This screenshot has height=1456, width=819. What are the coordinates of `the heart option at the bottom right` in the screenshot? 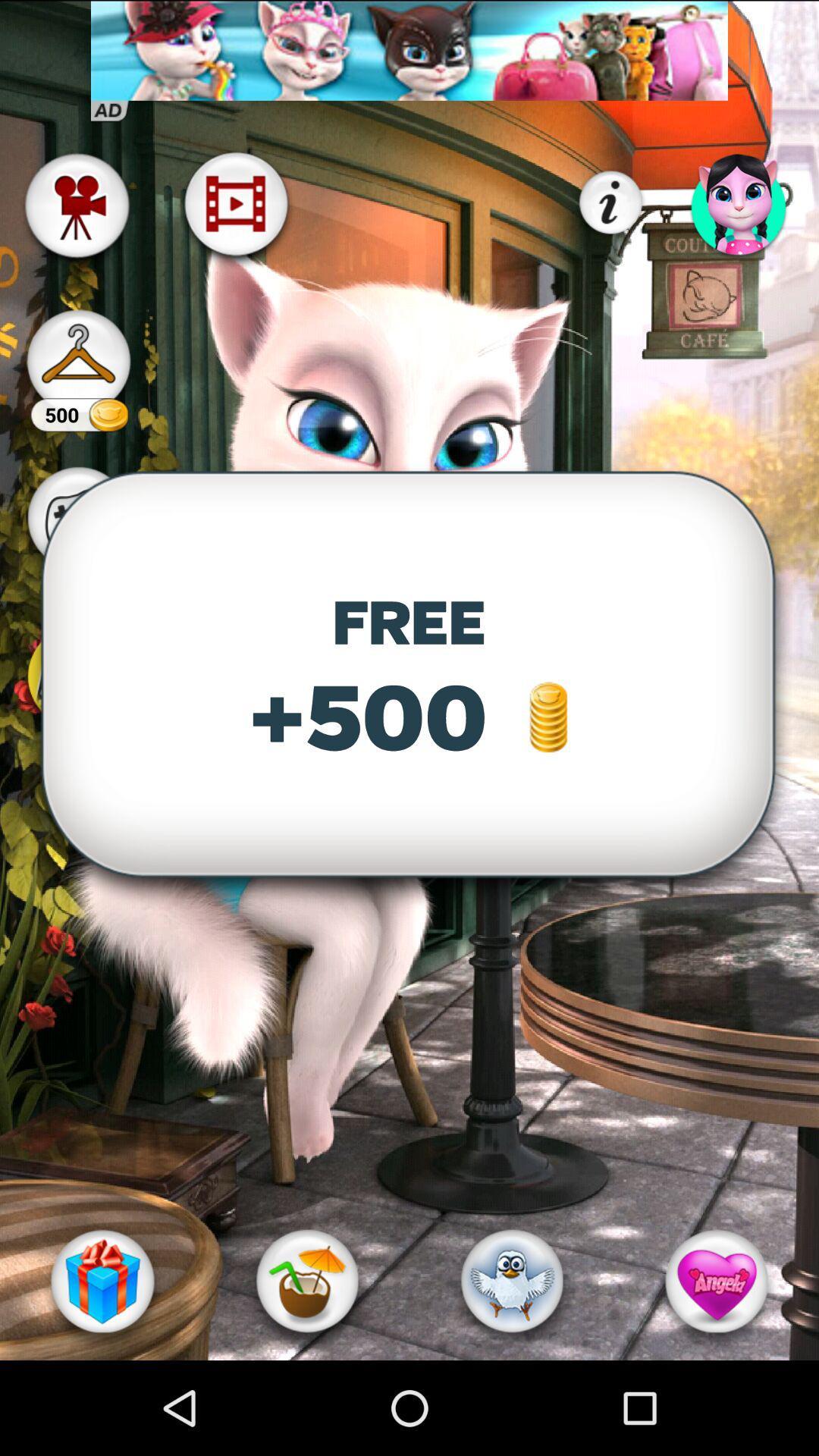 It's located at (717, 1280).